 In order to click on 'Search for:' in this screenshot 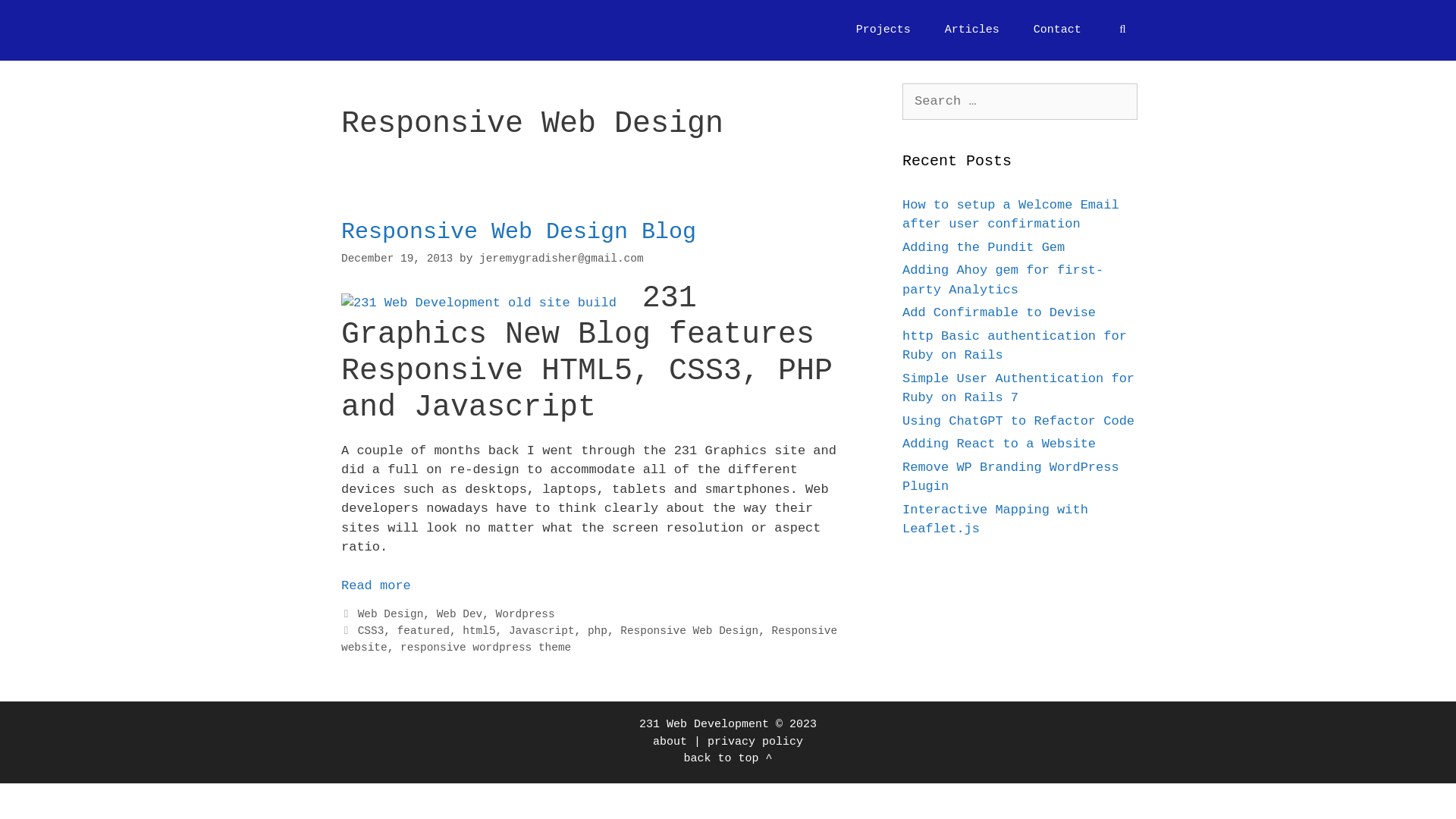, I will do `click(1019, 102)`.